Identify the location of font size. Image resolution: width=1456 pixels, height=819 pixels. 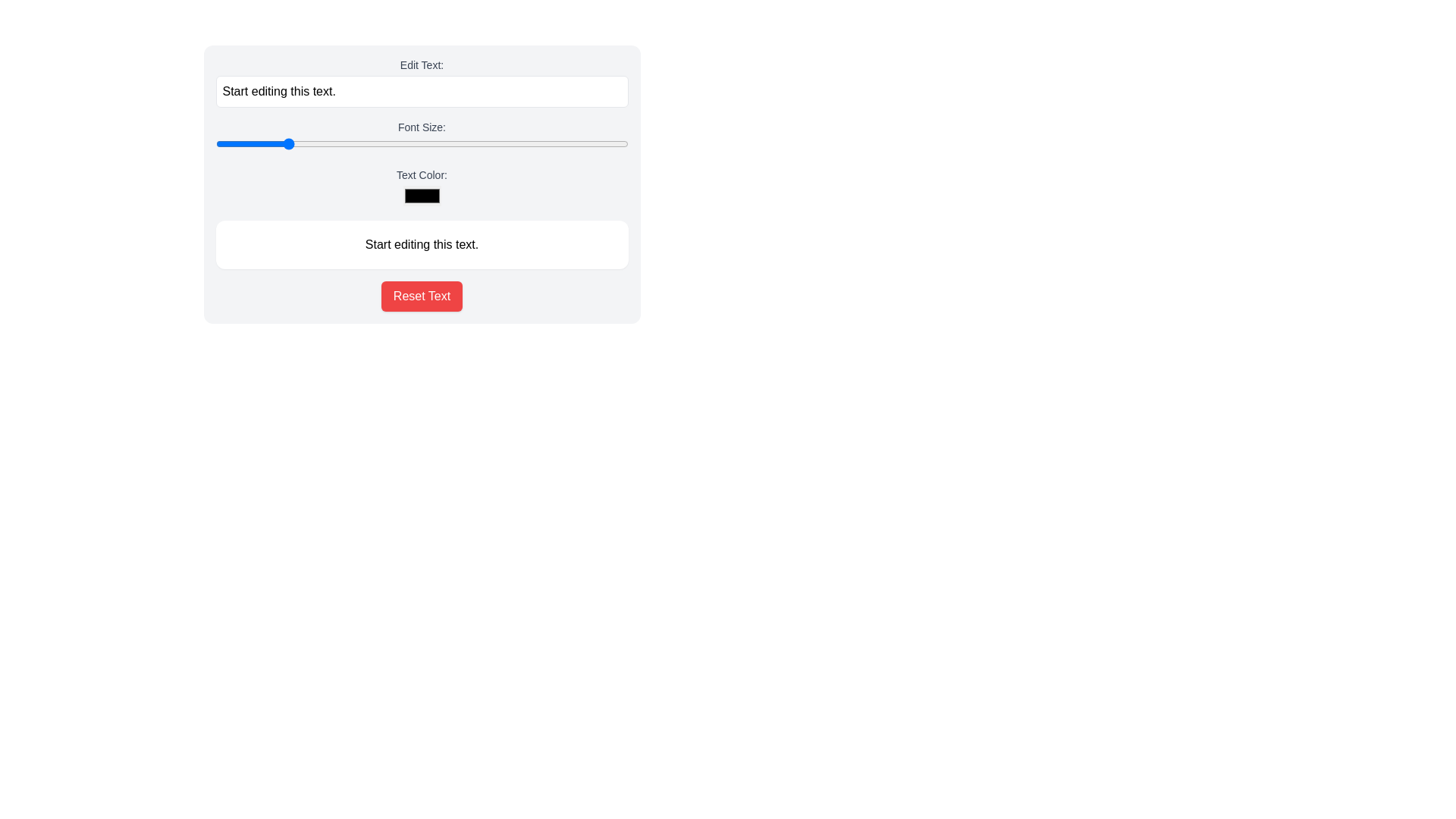
(438, 143).